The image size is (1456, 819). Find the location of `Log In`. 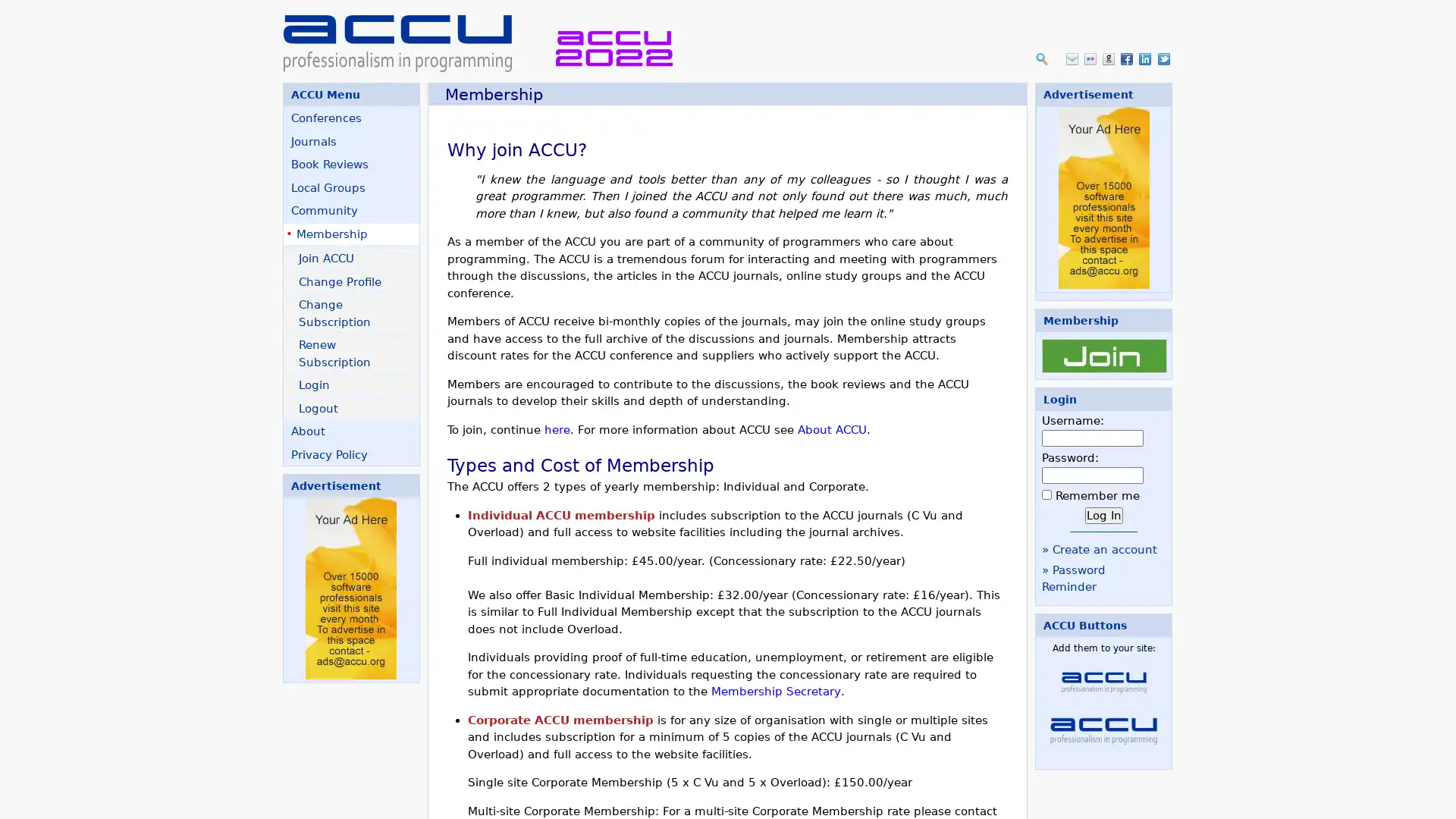

Log In is located at coordinates (1103, 514).